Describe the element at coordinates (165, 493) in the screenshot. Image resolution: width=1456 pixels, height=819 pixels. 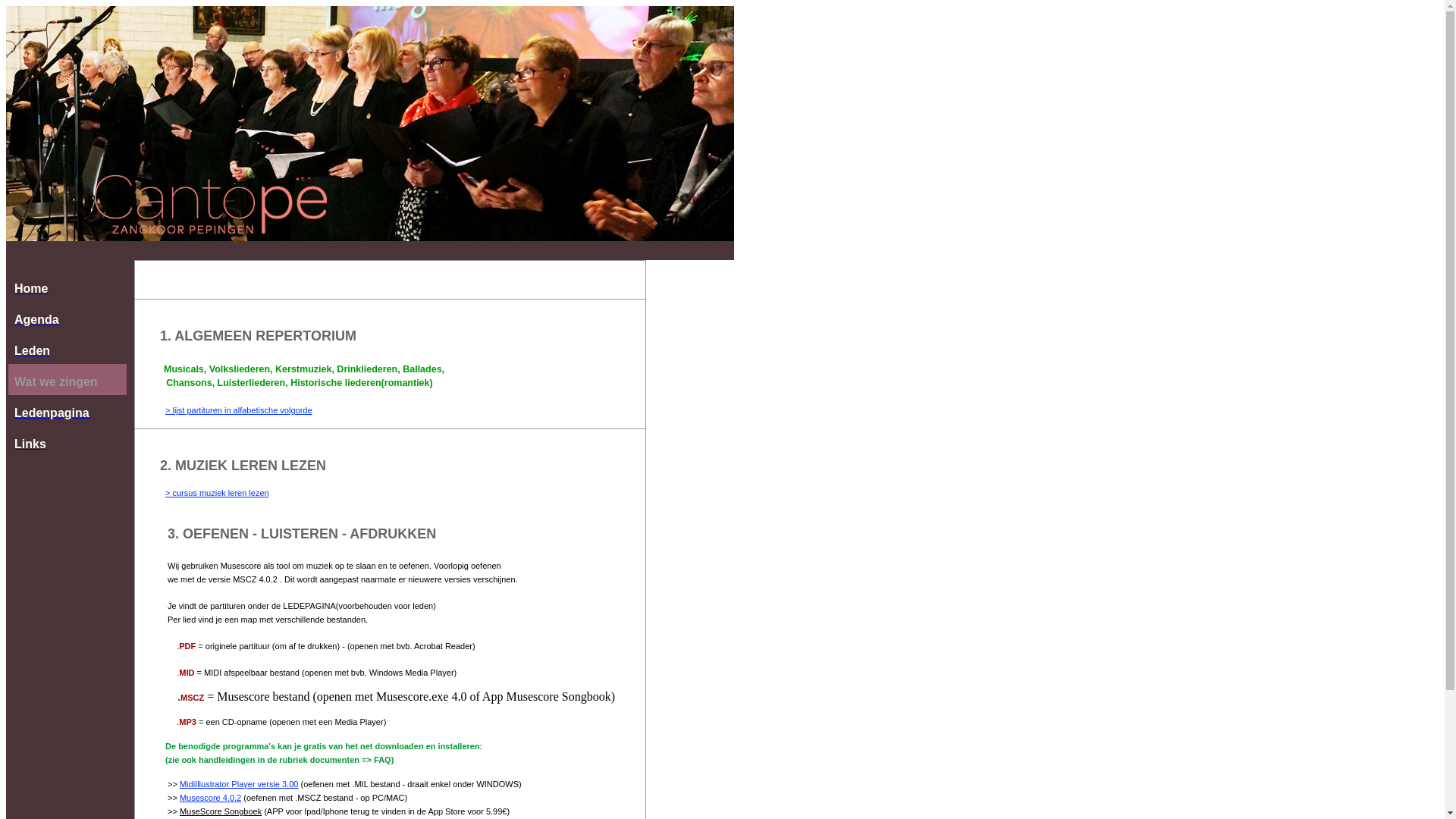
I see `'> cursus muziek leren lezen'` at that location.